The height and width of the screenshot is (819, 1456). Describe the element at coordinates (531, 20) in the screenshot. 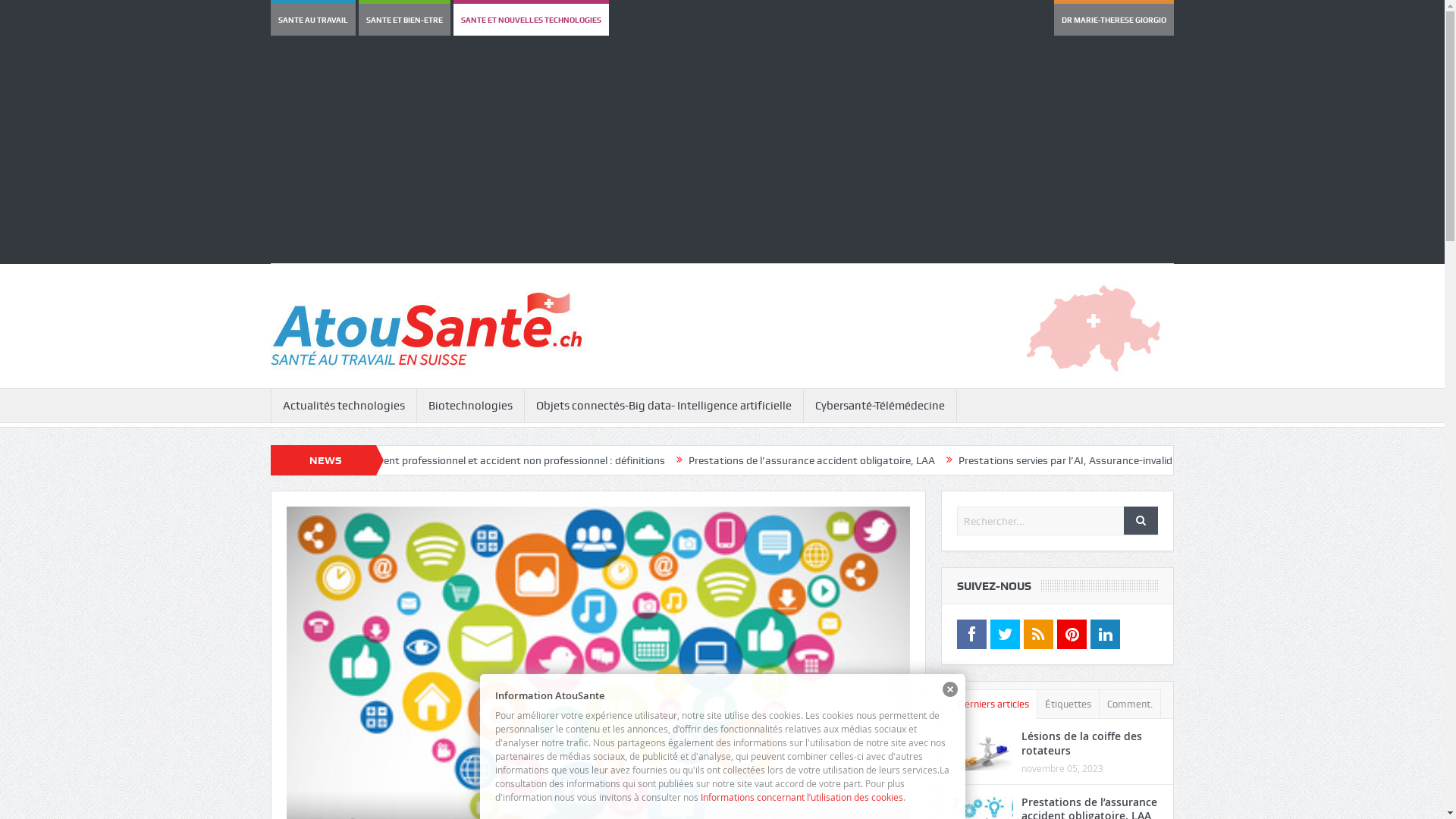

I see `'SANTE ET NOUVELLES TECHNOLOGIES'` at that location.